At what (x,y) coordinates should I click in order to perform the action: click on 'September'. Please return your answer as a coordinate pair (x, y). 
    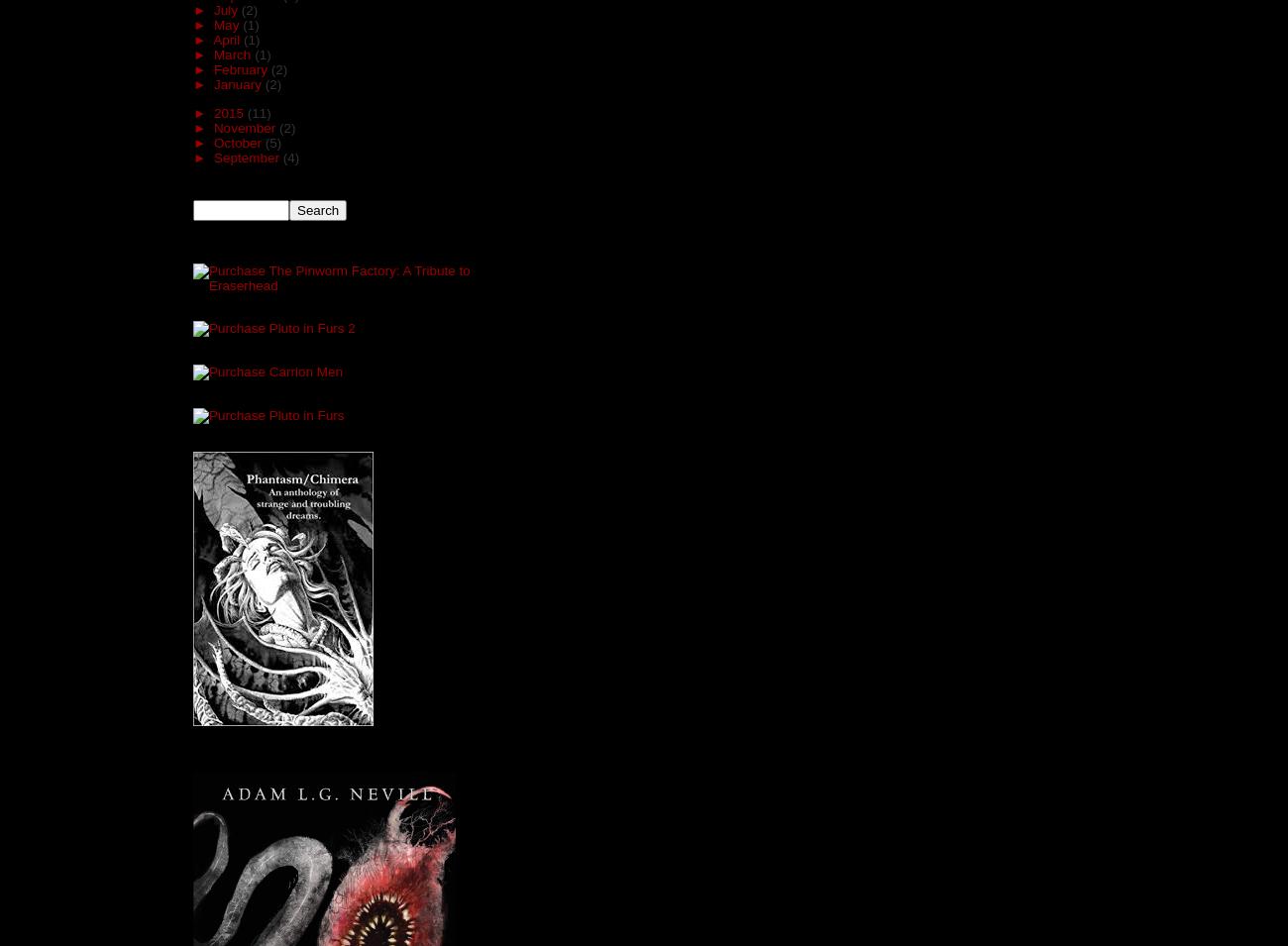
    Looking at the image, I should click on (246, 156).